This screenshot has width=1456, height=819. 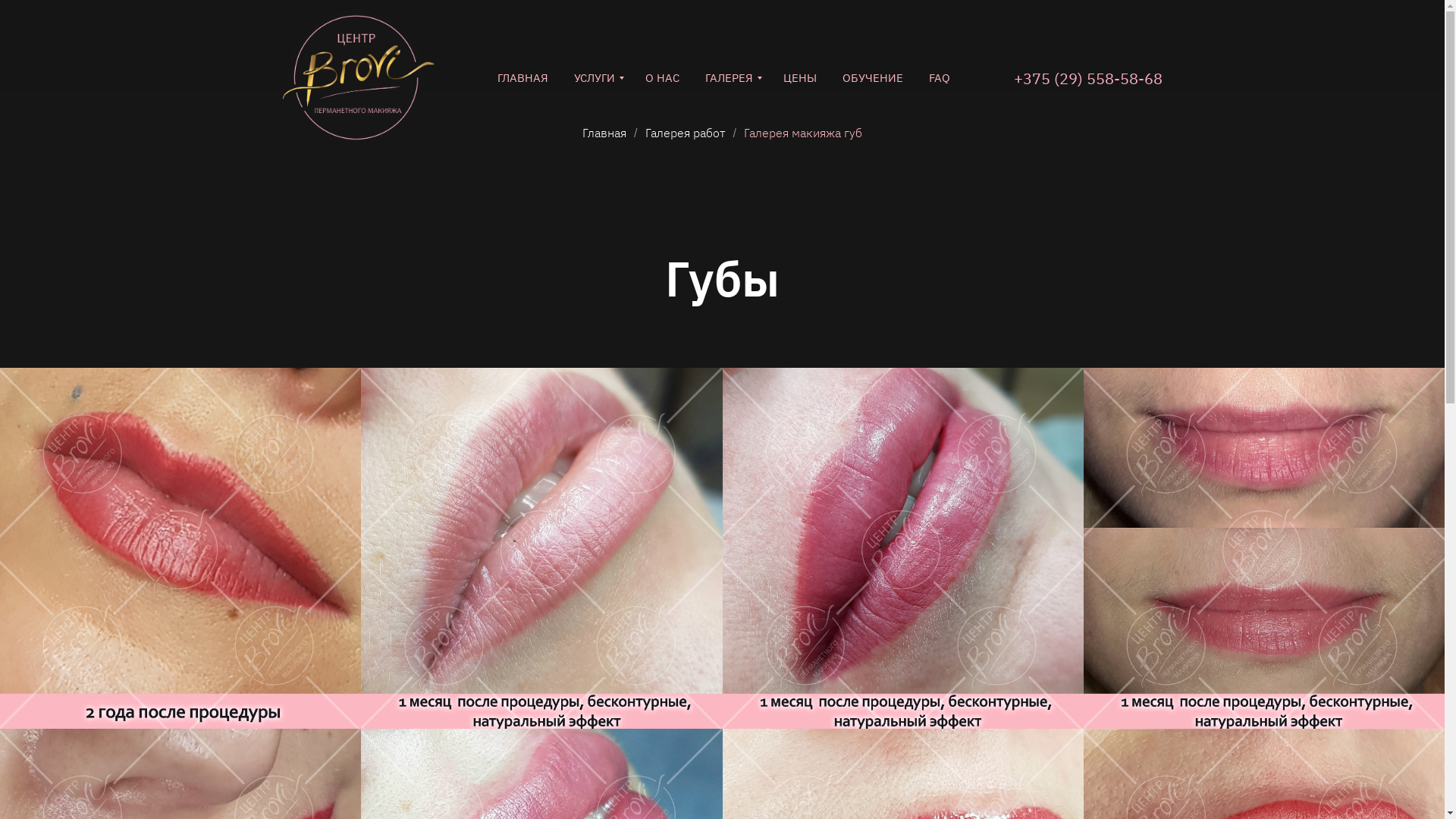 What do you see at coordinates (938, 77) in the screenshot?
I see `'FAQ'` at bounding box center [938, 77].